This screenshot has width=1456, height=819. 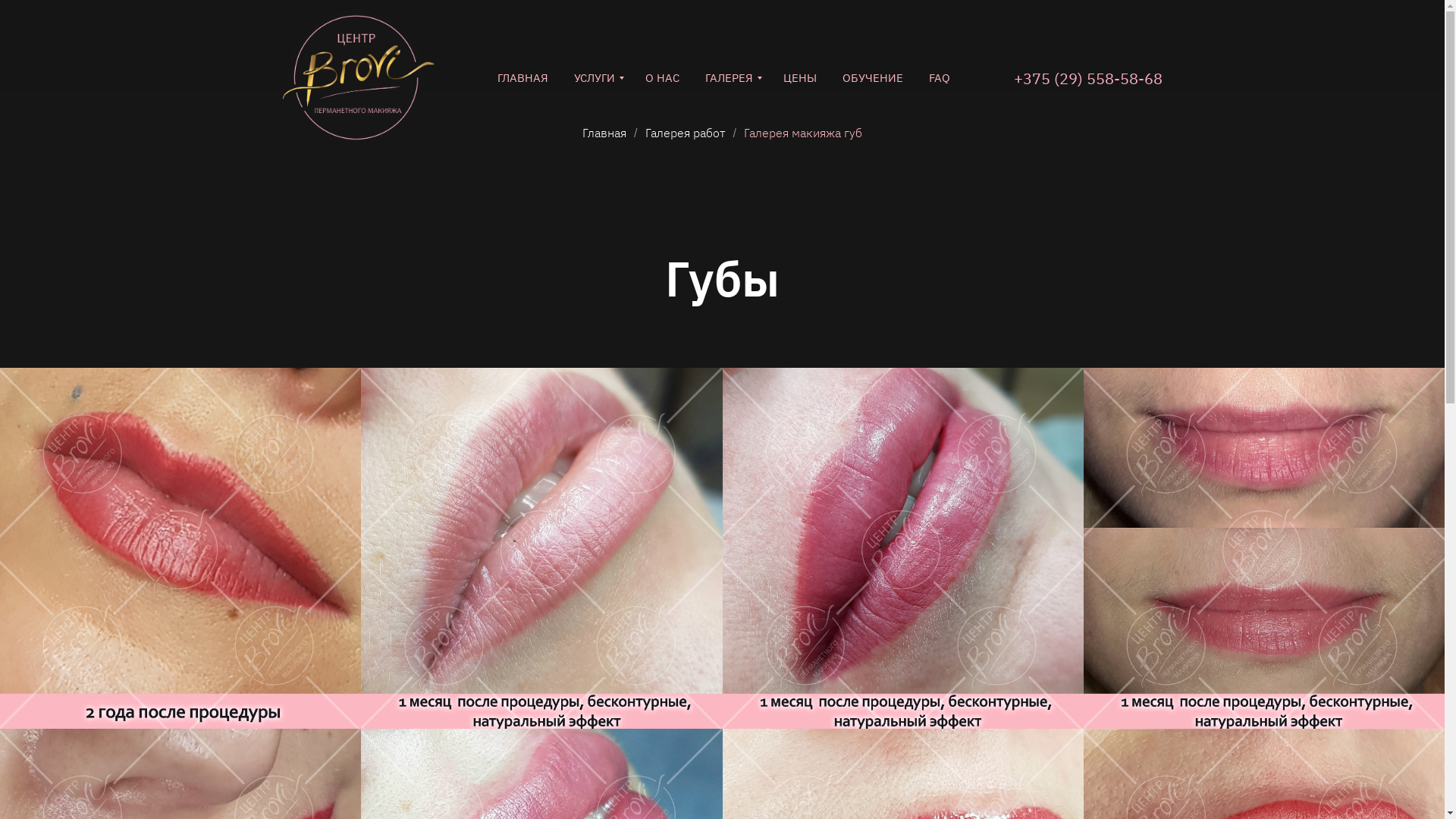 What do you see at coordinates (938, 77) in the screenshot?
I see `'FAQ'` at bounding box center [938, 77].